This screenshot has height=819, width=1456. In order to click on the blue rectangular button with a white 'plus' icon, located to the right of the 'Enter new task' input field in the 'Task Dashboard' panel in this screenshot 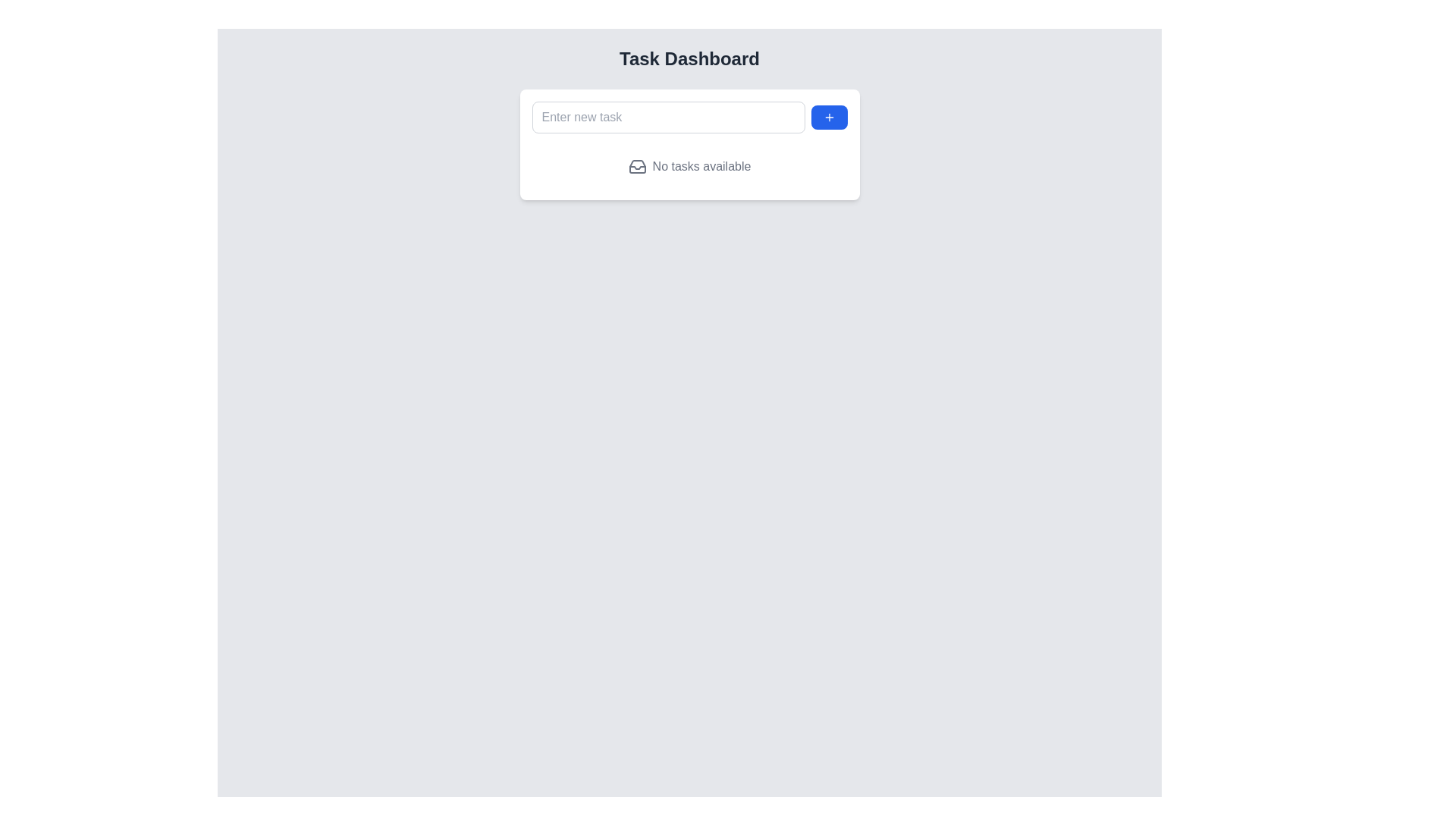, I will do `click(828, 116)`.